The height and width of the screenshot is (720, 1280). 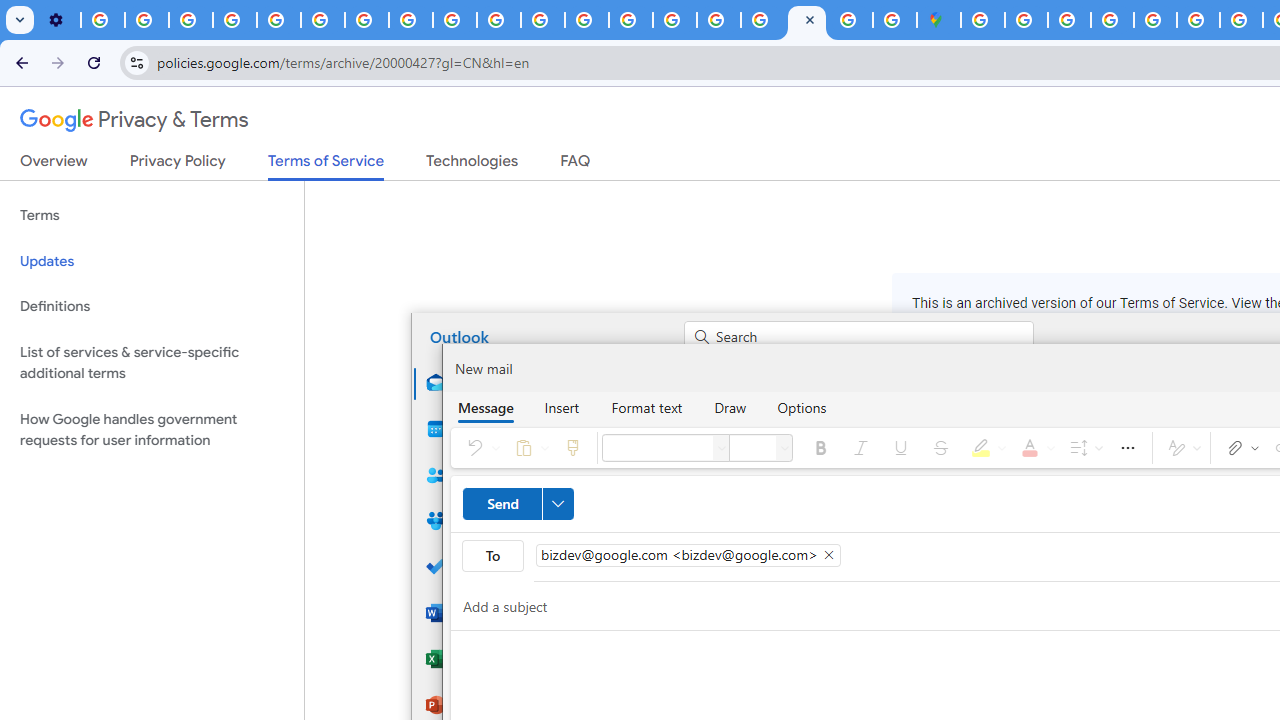 What do you see at coordinates (1082, 446) in the screenshot?
I see `'Spacing'` at bounding box center [1082, 446].